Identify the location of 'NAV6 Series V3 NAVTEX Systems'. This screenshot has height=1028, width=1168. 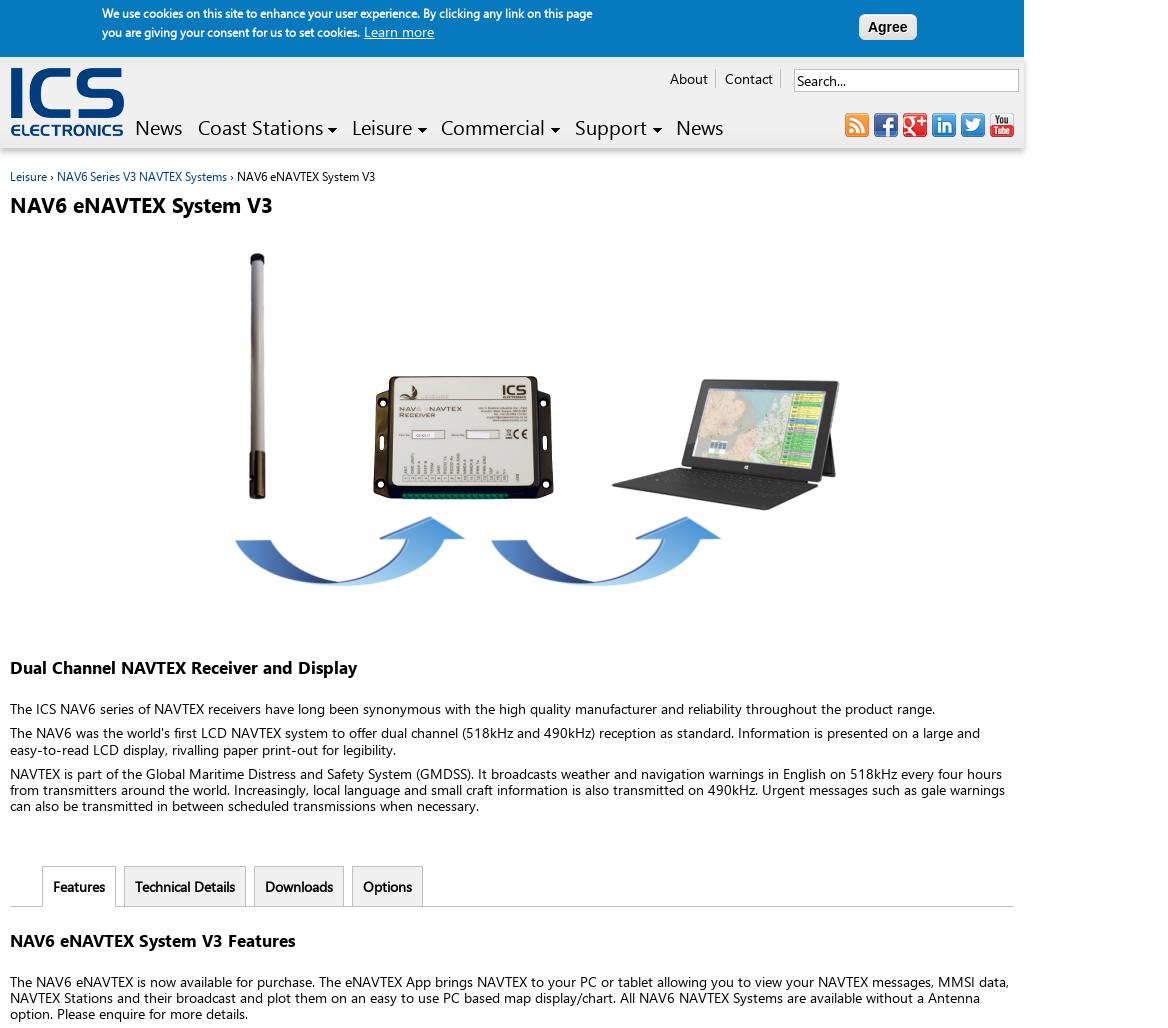
(56, 175).